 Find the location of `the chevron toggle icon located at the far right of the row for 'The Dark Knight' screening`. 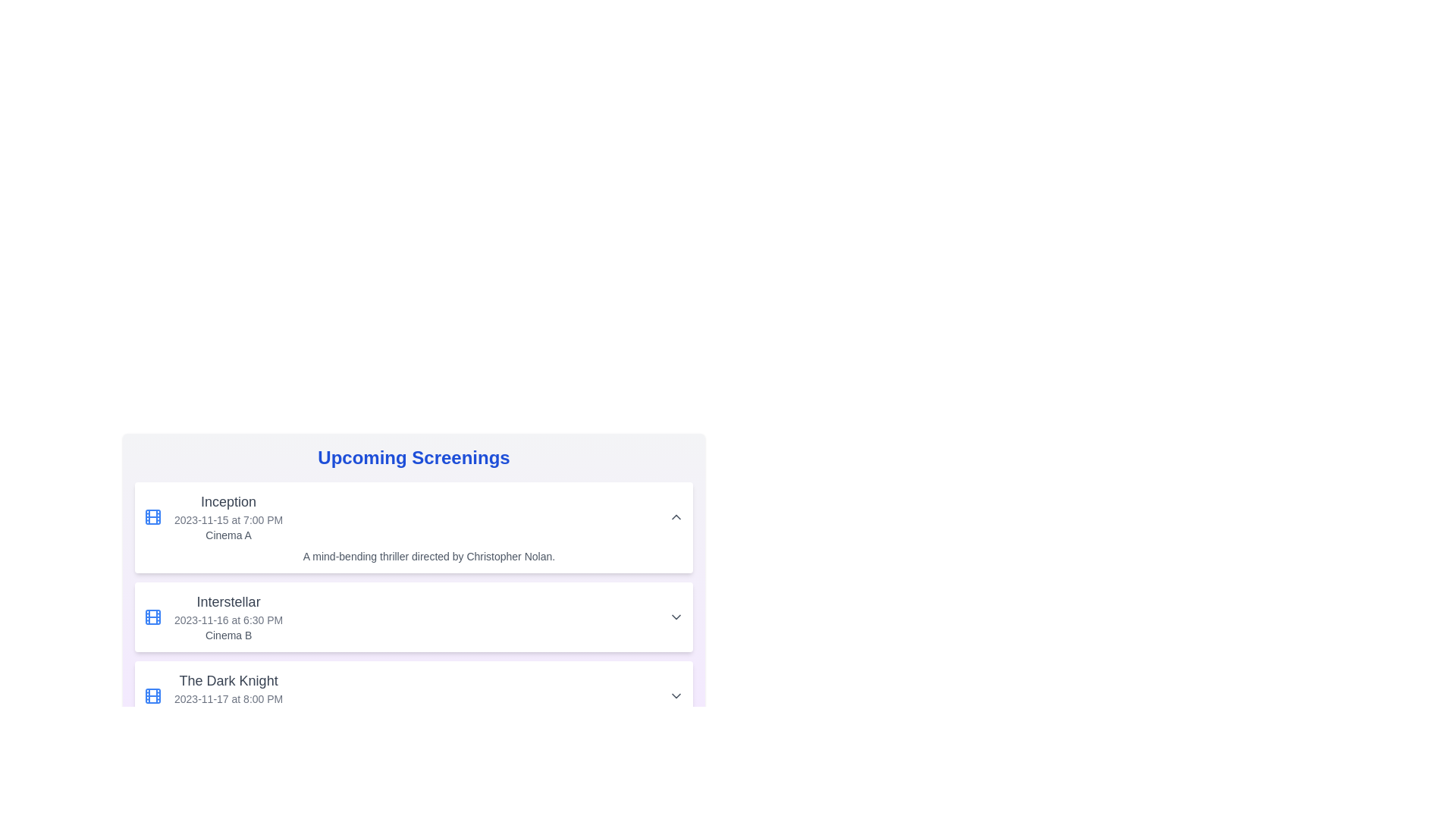

the chevron toggle icon located at the far right of the row for 'The Dark Knight' screening is located at coordinates (676, 696).